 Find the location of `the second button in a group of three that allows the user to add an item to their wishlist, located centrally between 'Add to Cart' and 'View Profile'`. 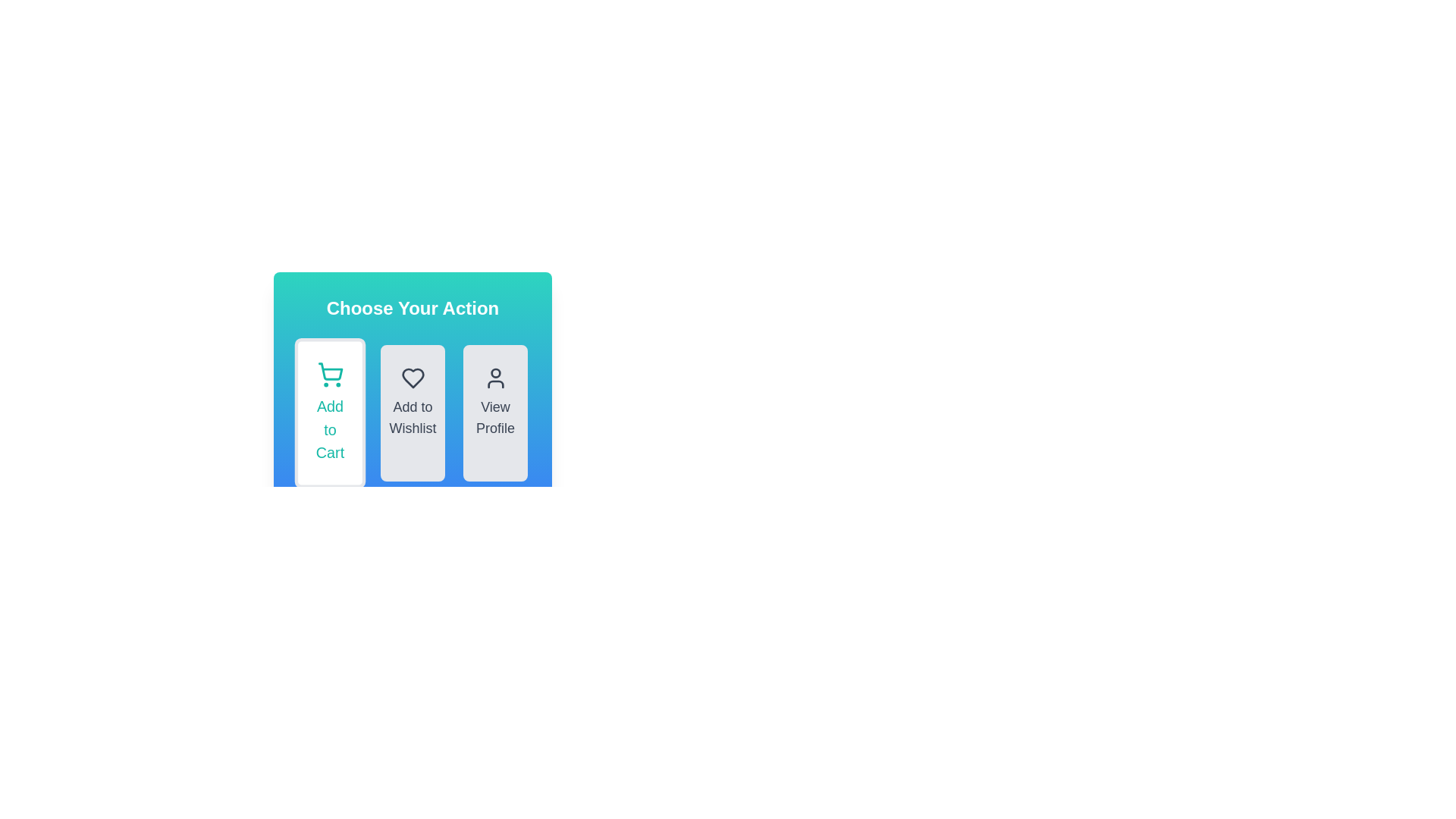

the second button in a group of three that allows the user to add an item to their wishlist, located centrally between 'Add to Cart' and 'View Profile' is located at coordinates (413, 413).